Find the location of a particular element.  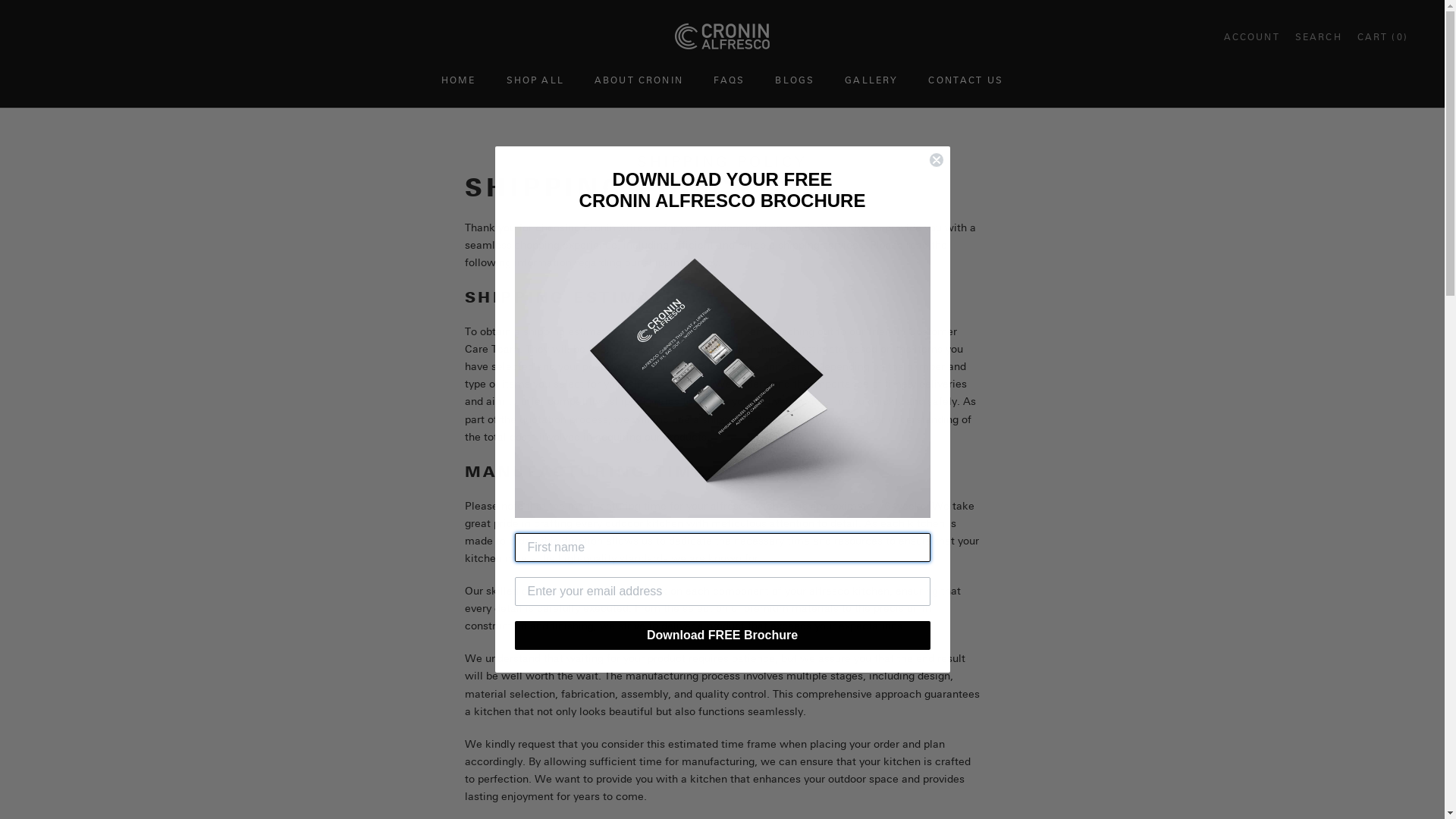

'Download FREE Brochure' is located at coordinates (720, 635).